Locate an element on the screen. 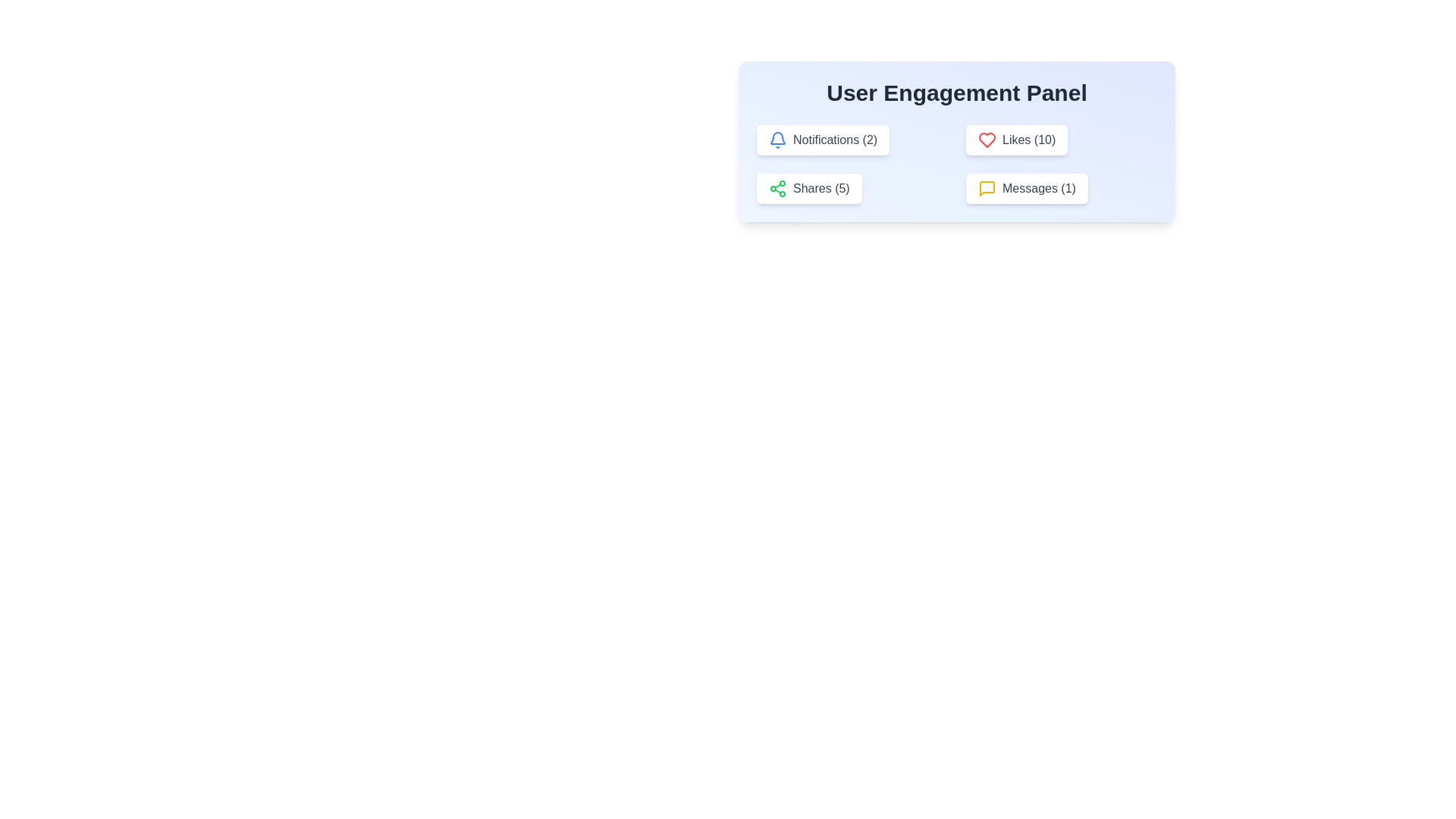 Image resolution: width=1456 pixels, height=819 pixels. the button displaying the count of unread messages (1) located in the bottom-right corner of the User Engagement Panel is located at coordinates (1027, 188).